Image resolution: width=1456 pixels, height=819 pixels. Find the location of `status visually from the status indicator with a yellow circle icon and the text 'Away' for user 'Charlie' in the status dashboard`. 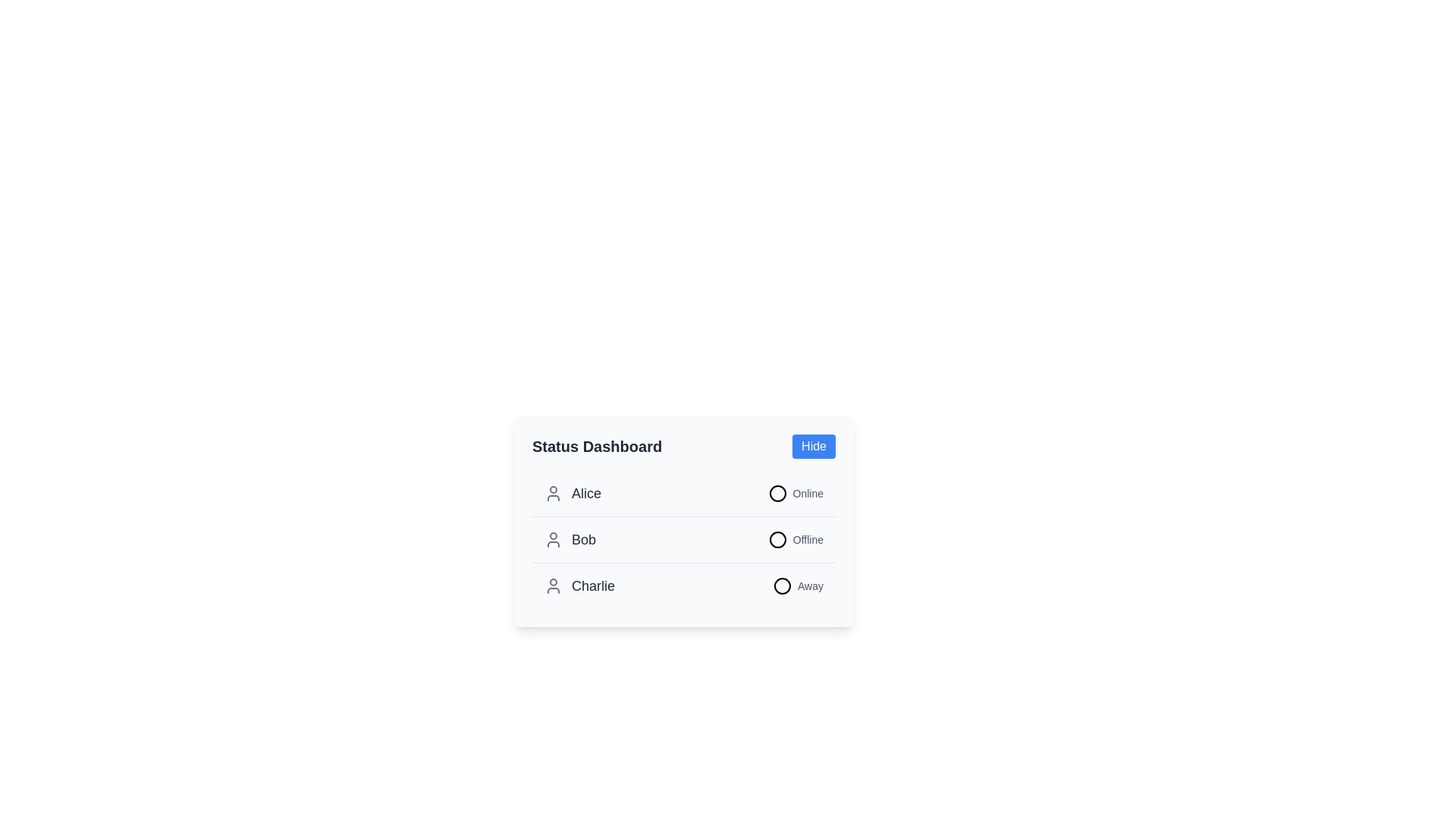

status visually from the status indicator with a yellow circle icon and the text 'Away' for user 'Charlie' in the status dashboard is located at coordinates (797, 585).